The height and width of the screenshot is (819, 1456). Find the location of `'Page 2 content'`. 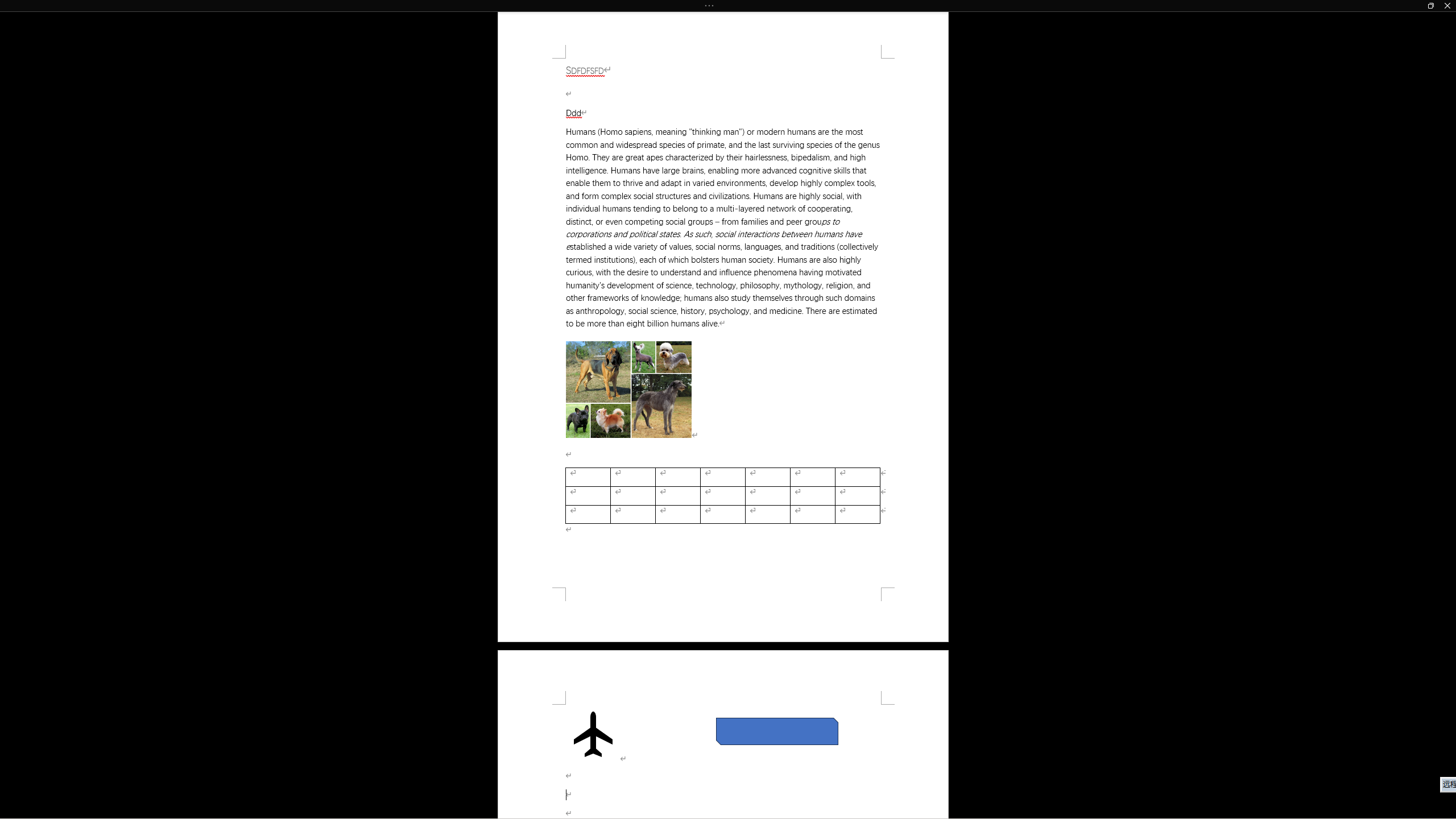

'Page 2 content' is located at coordinates (723, 760).